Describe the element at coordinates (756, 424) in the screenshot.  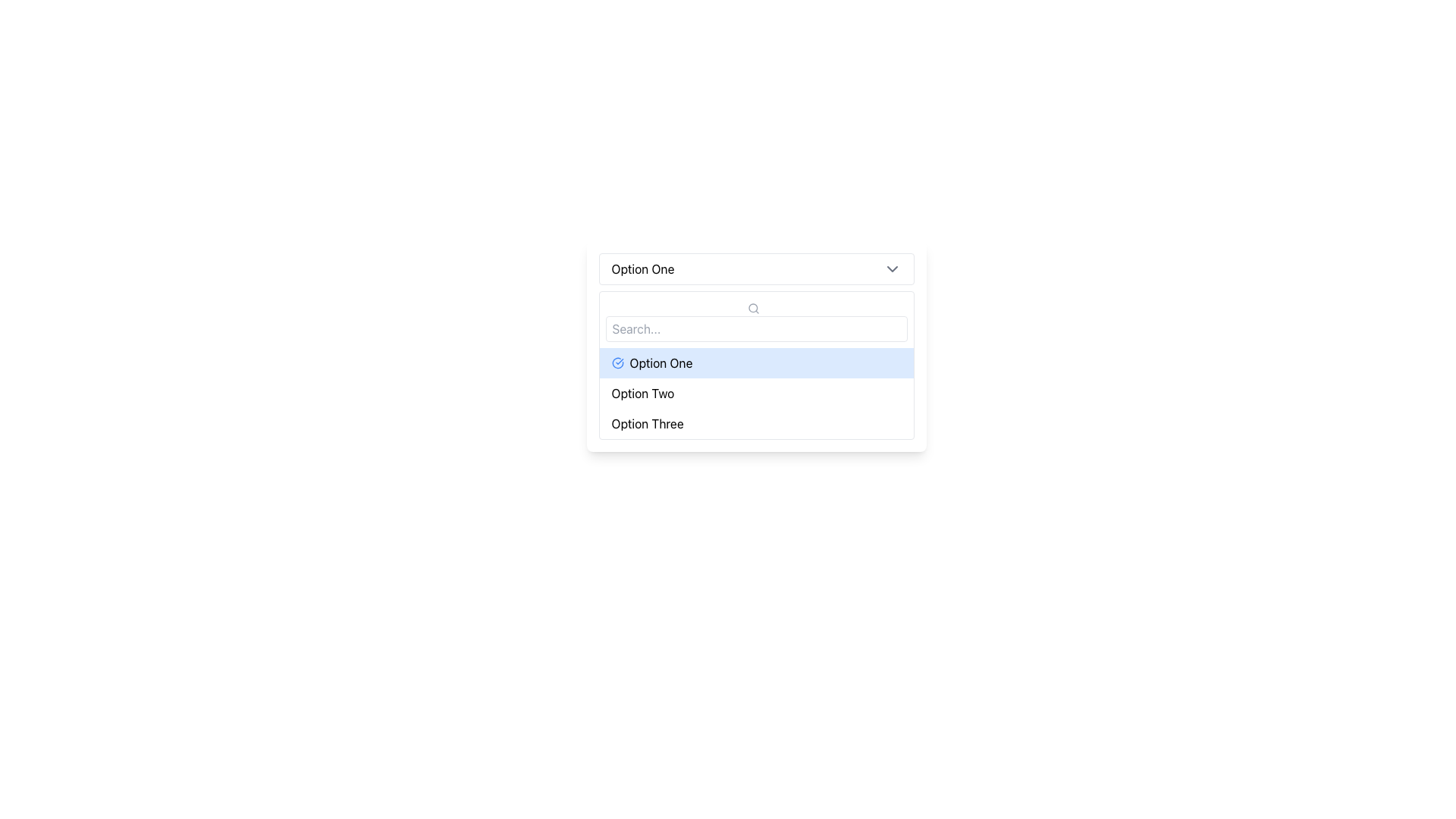
I see `the dropdown menu item` at that location.